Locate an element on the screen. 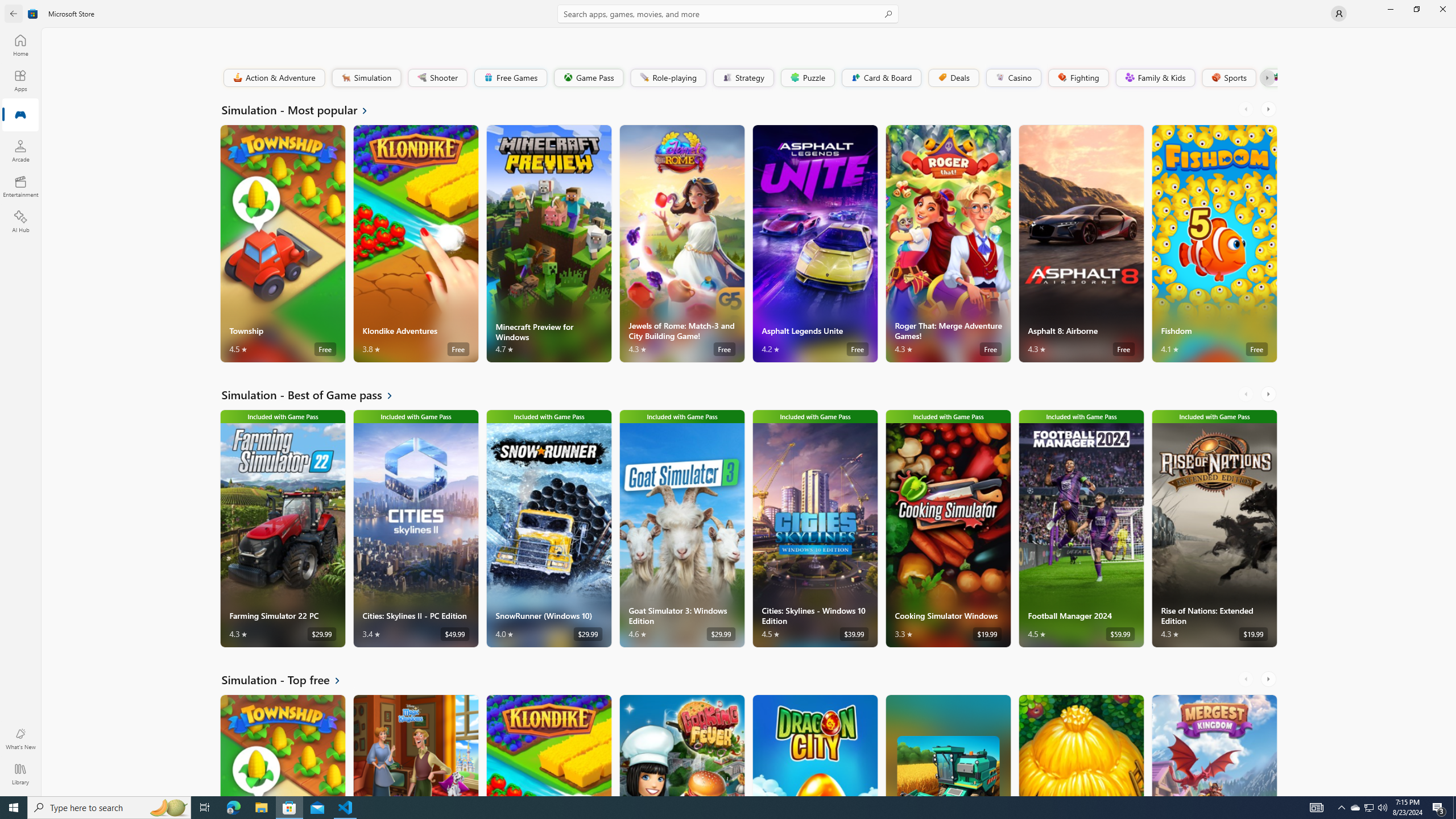  'Dragon City. Average rating of 4.5 out of five stars. Free  ' is located at coordinates (814, 744).